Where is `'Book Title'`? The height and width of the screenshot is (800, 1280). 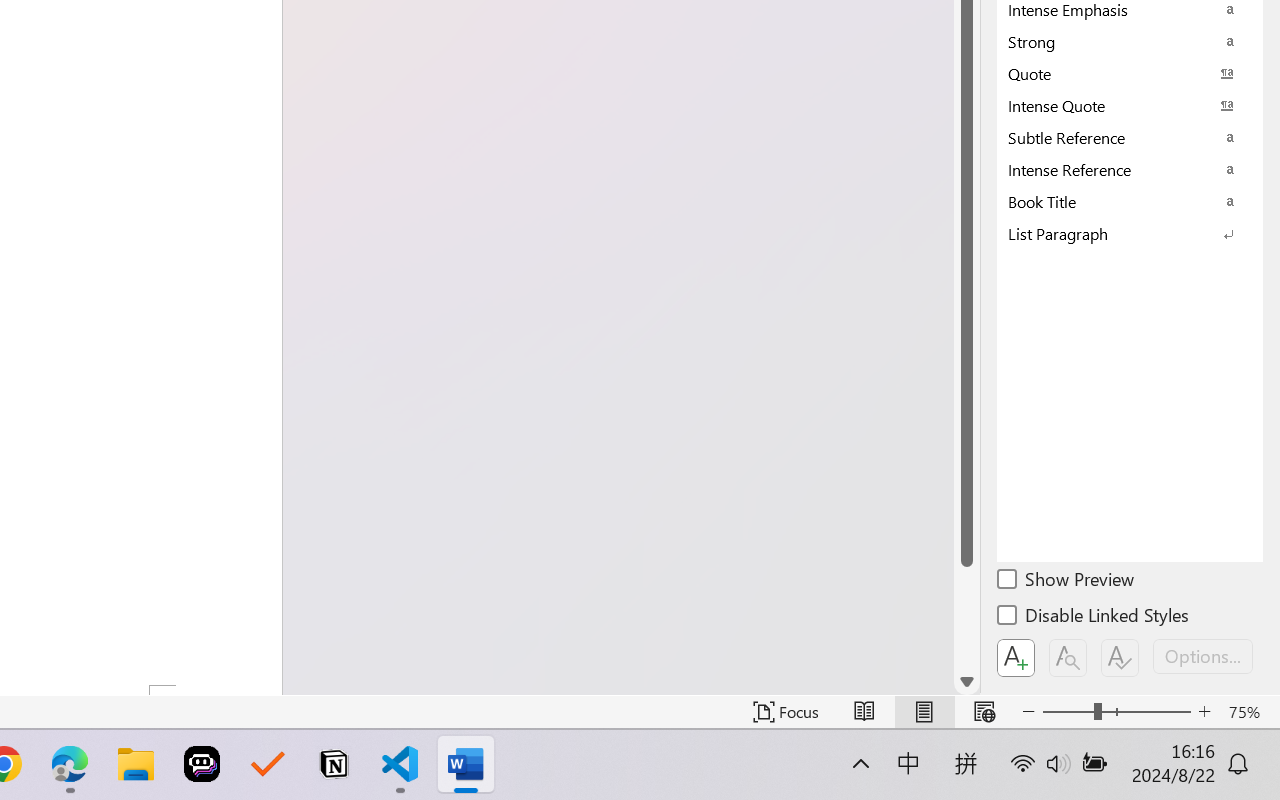
'Book Title' is located at coordinates (1130, 201).